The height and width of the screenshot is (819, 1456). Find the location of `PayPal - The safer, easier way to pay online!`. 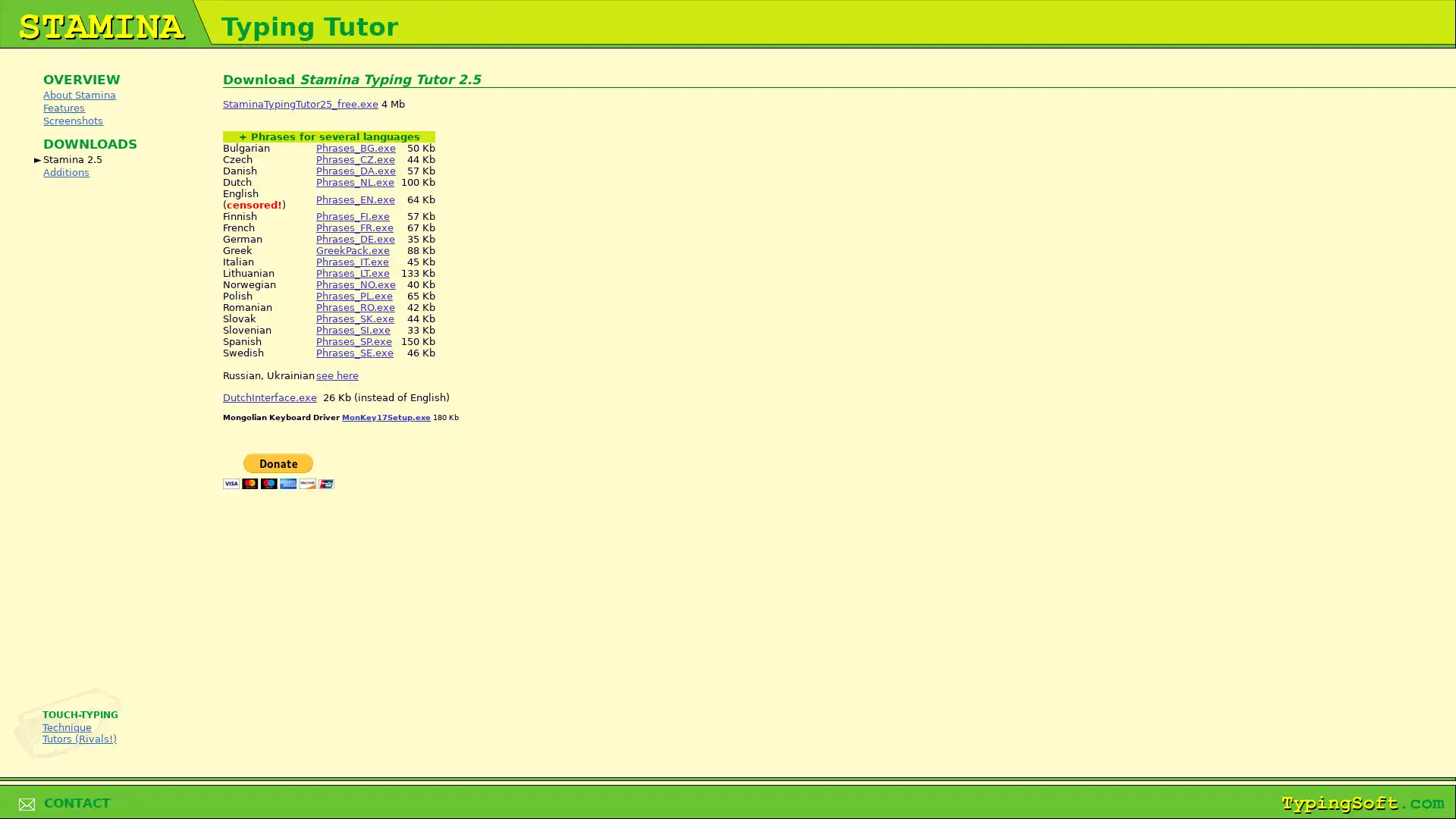

PayPal - The safer, easier way to pay online! is located at coordinates (278, 469).